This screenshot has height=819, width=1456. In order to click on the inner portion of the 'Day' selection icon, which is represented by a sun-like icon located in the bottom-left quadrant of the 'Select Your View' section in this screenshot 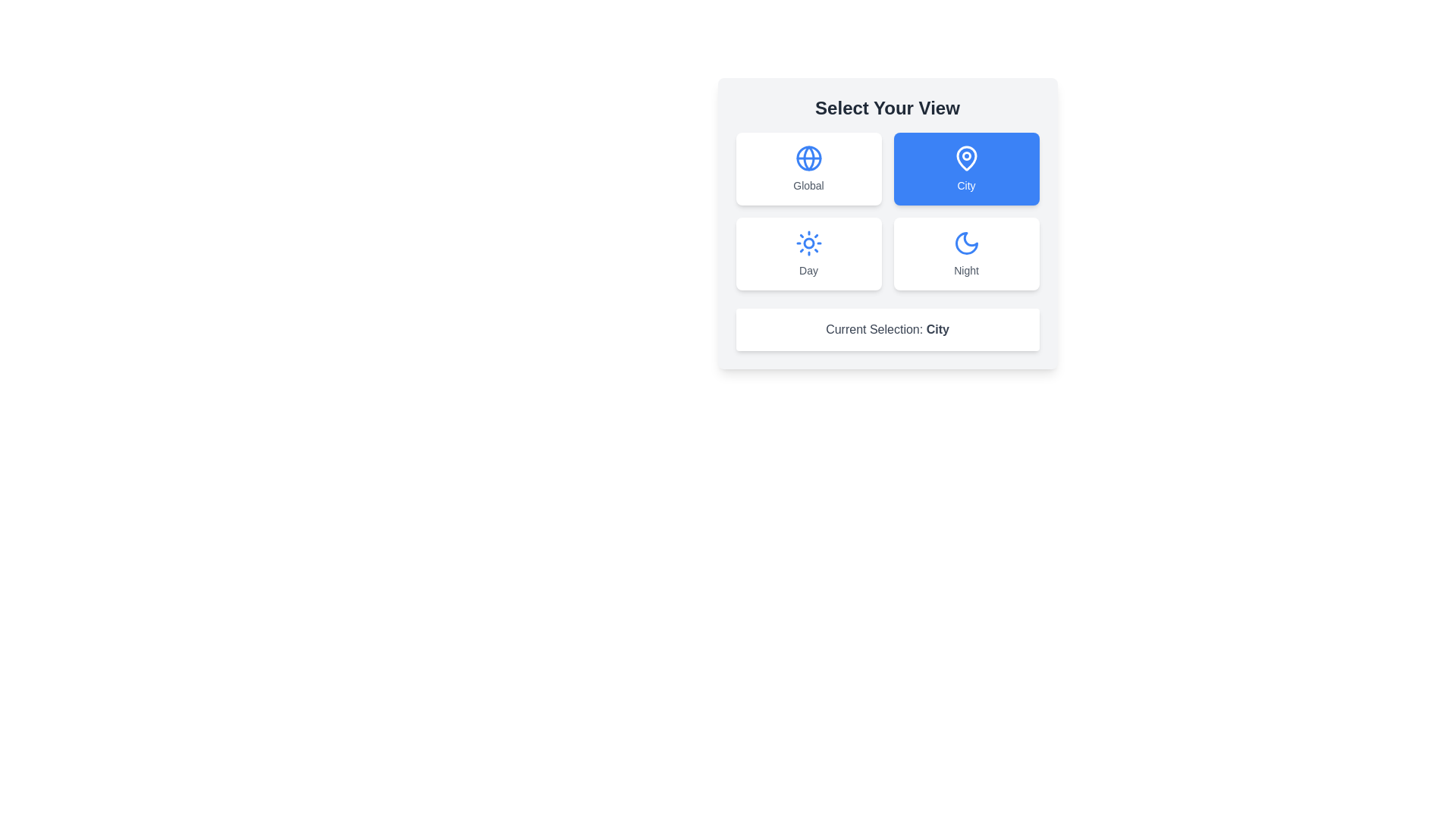, I will do `click(808, 242)`.